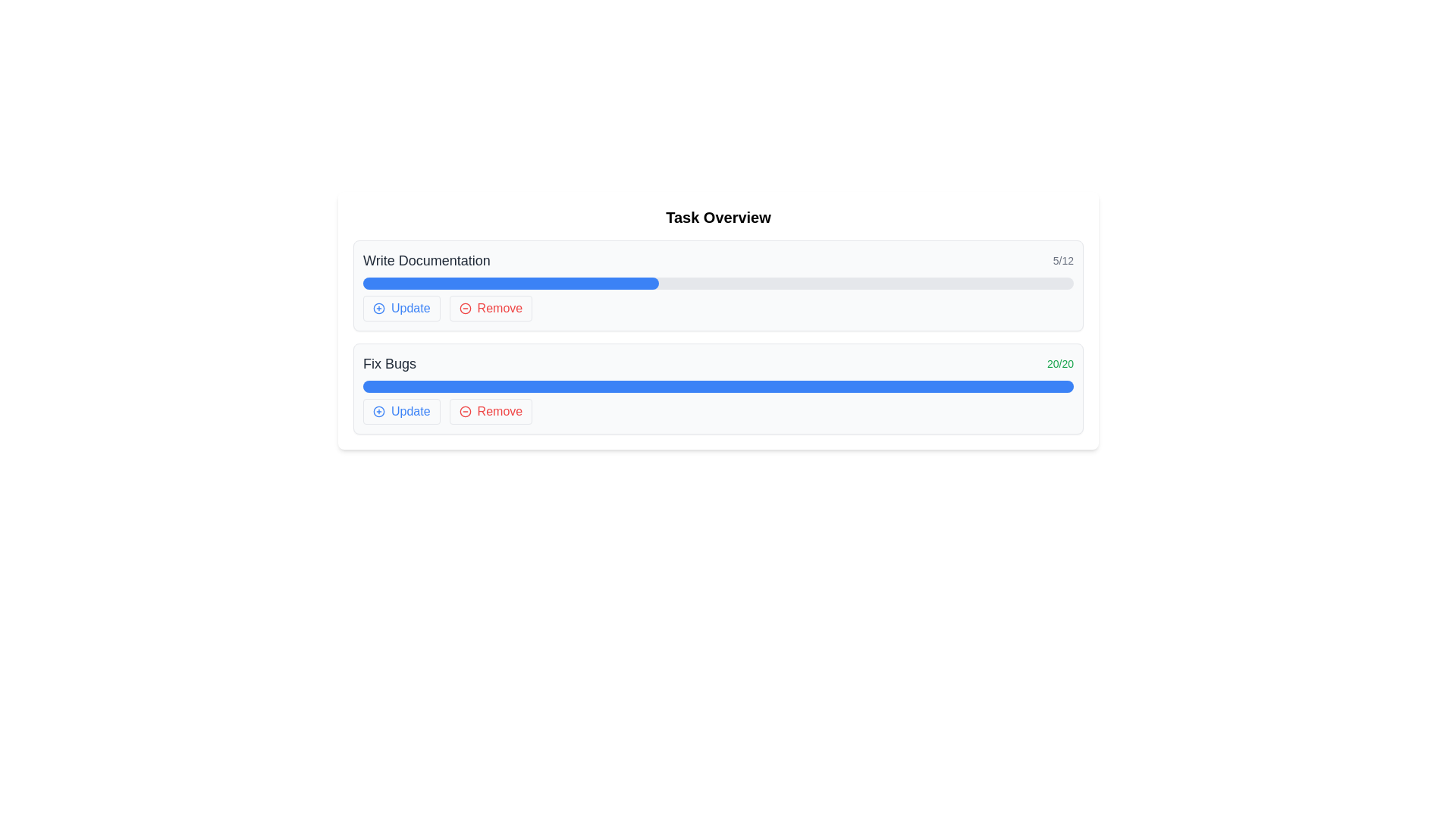 The width and height of the screenshot is (1456, 819). I want to click on the 'Update' button, which is styled with blue text and has a plus icon on its left, located in the 'Write Documentation' section, so click(401, 308).